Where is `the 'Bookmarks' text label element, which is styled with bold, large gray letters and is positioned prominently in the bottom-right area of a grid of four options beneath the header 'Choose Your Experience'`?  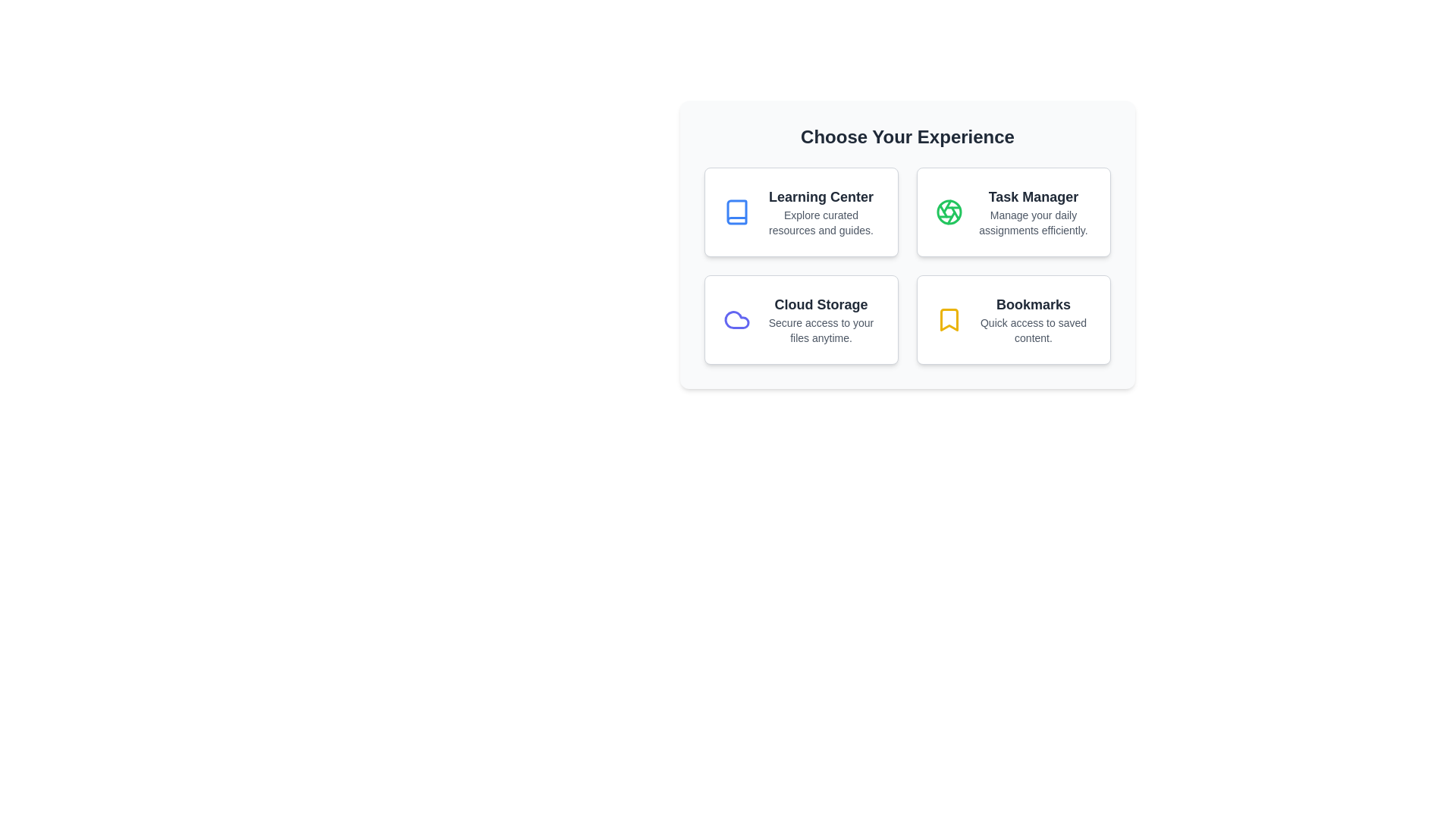 the 'Bookmarks' text label element, which is styled with bold, large gray letters and is positioned prominently in the bottom-right area of a grid of four options beneath the header 'Choose Your Experience' is located at coordinates (1033, 304).